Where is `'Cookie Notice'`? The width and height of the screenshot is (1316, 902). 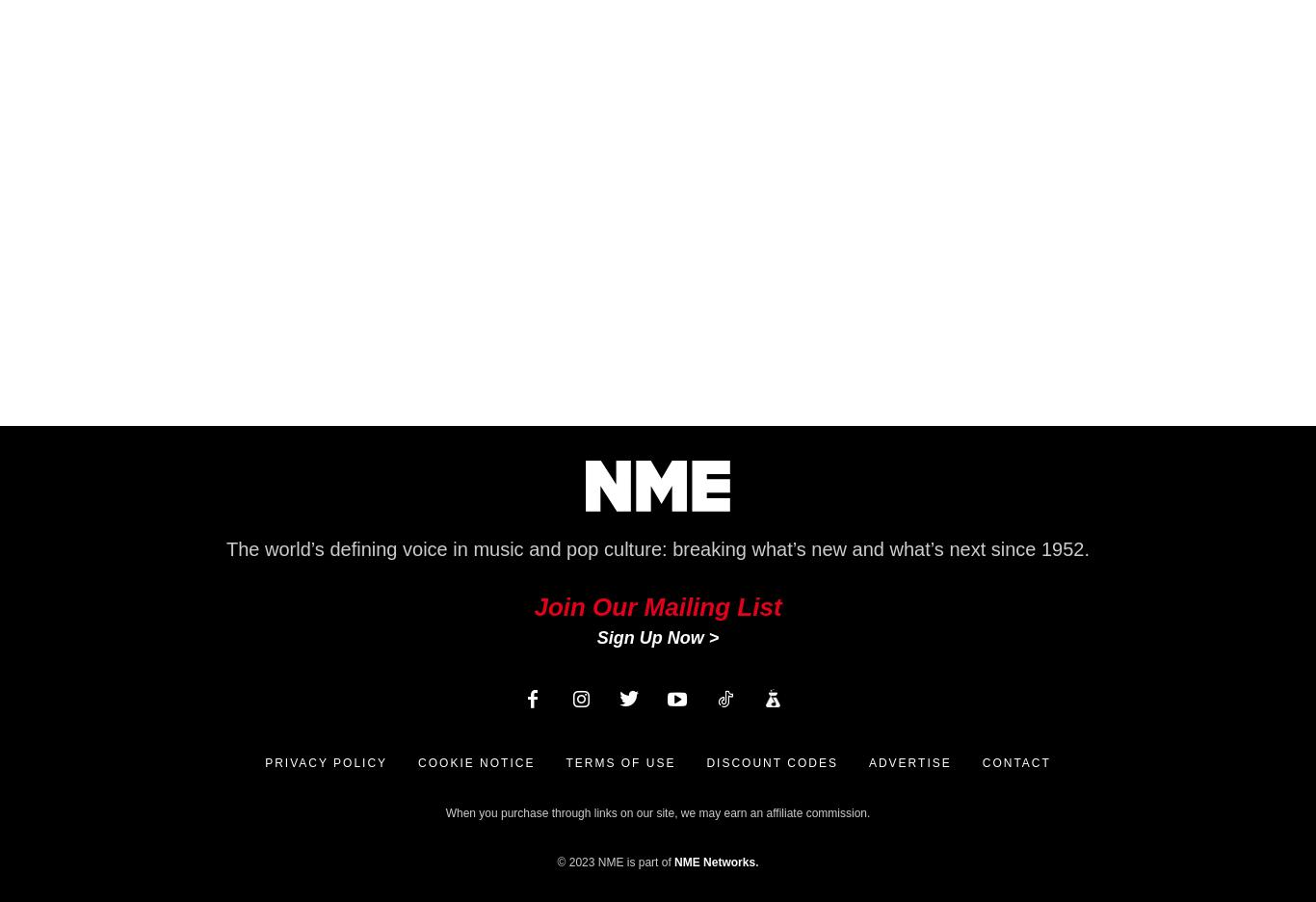 'Cookie Notice' is located at coordinates (476, 762).